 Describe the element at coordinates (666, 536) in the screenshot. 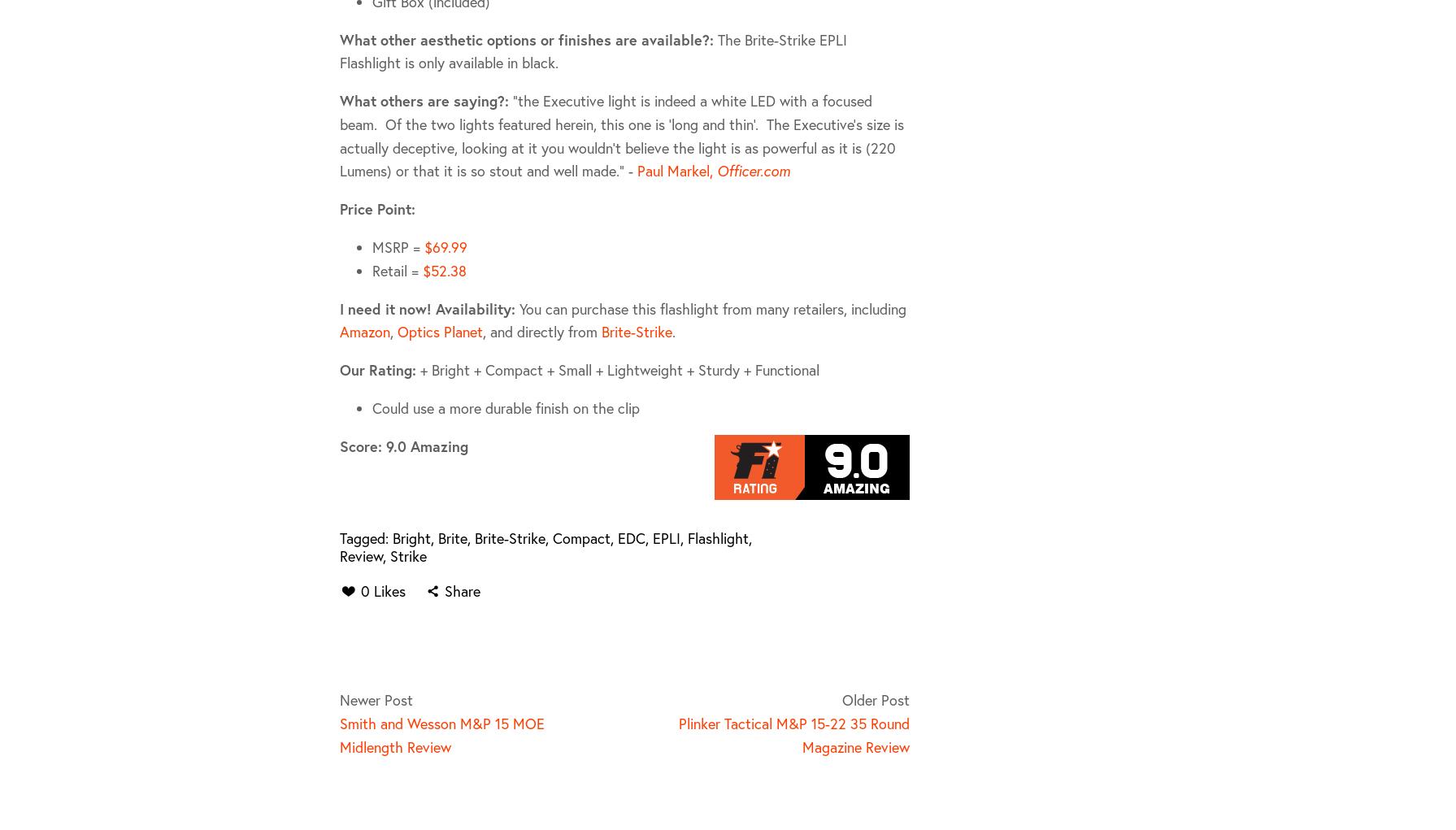

I see `'EPLI'` at that location.